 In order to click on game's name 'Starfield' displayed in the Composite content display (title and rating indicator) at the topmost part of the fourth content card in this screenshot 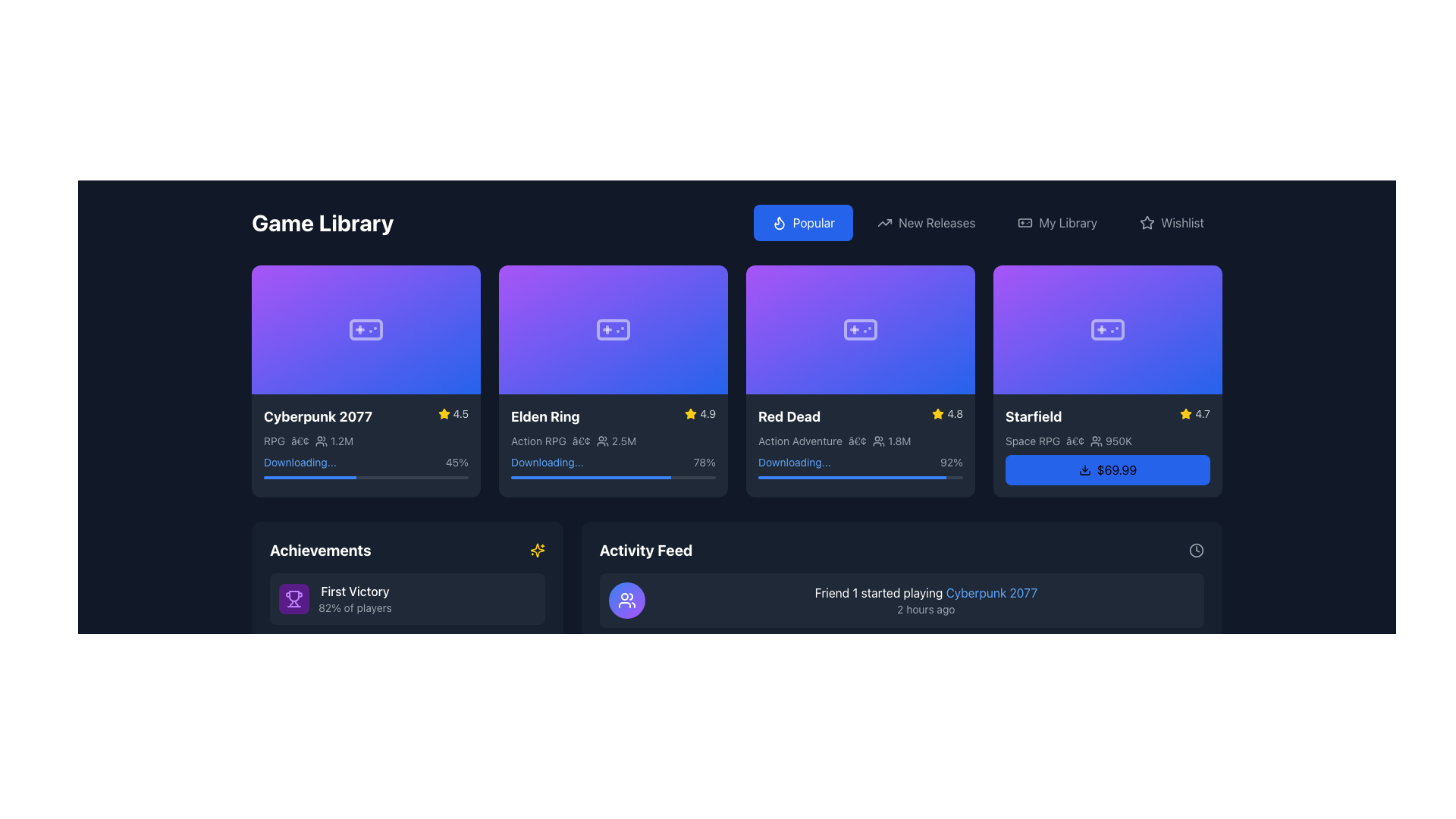, I will do `click(1107, 416)`.